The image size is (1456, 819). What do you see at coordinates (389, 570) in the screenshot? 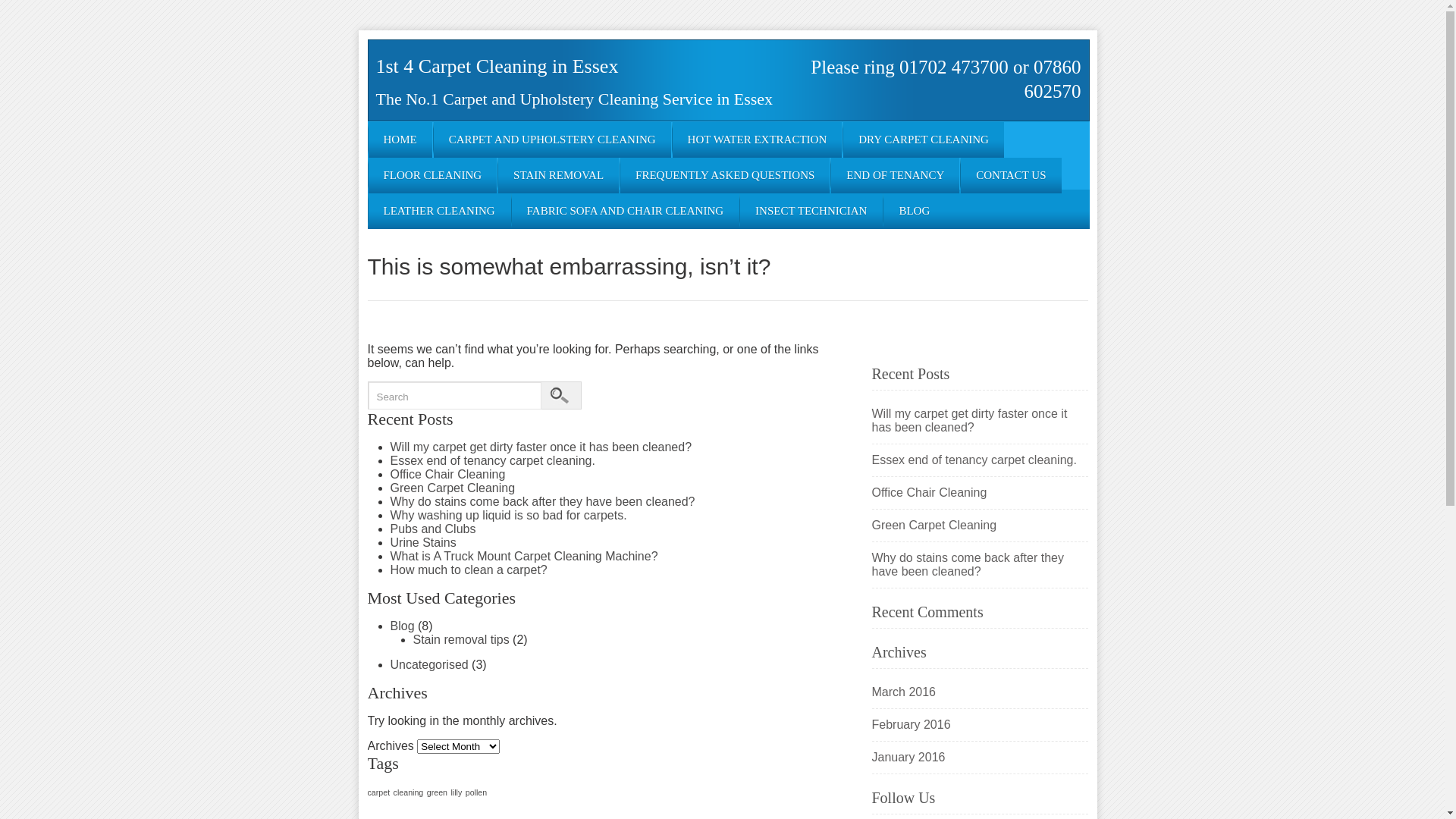
I see `'How much to clean a carpet?'` at bounding box center [389, 570].